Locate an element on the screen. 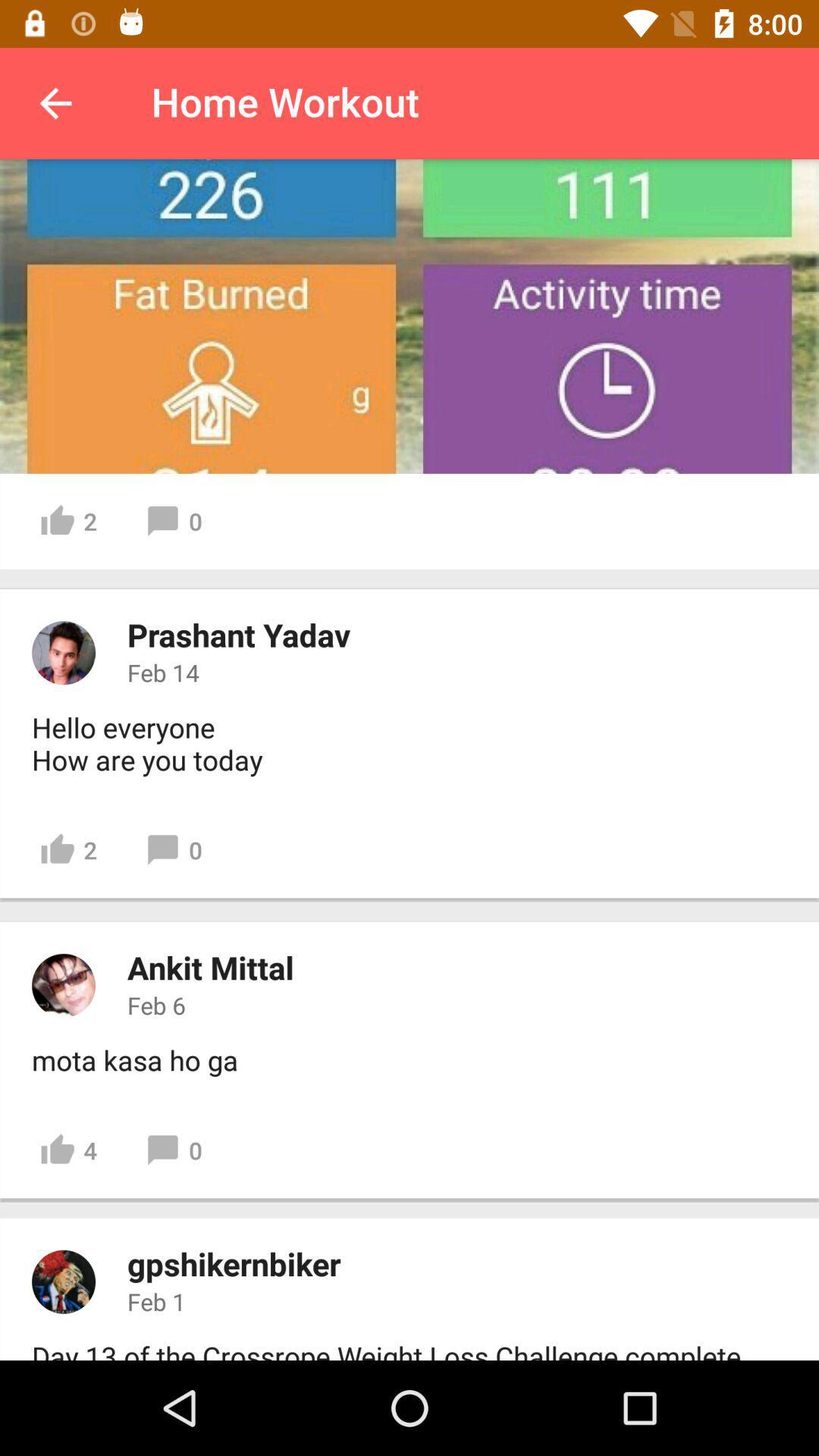  context image is located at coordinates (63, 1281).